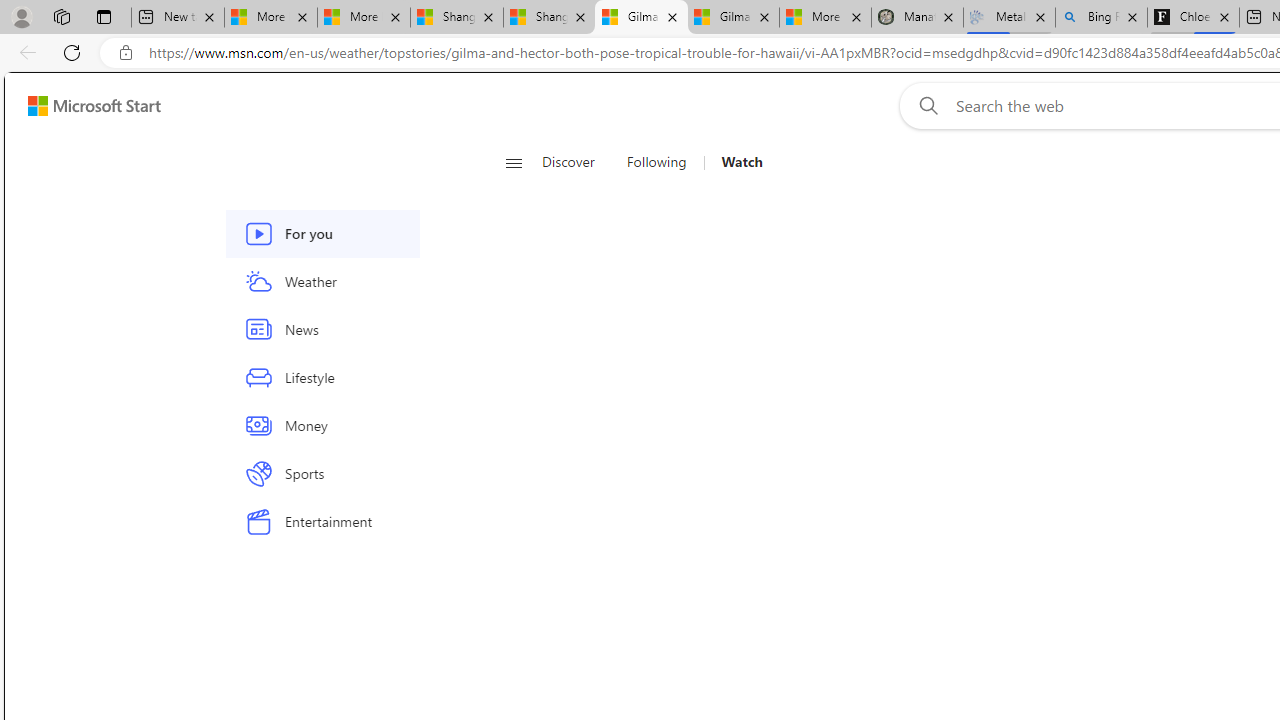 This screenshot has height=720, width=1280. What do you see at coordinates (1193, 17) in the screenshot?
I see `'Chloe Sorvino'` at bounding box center [1193, 17].